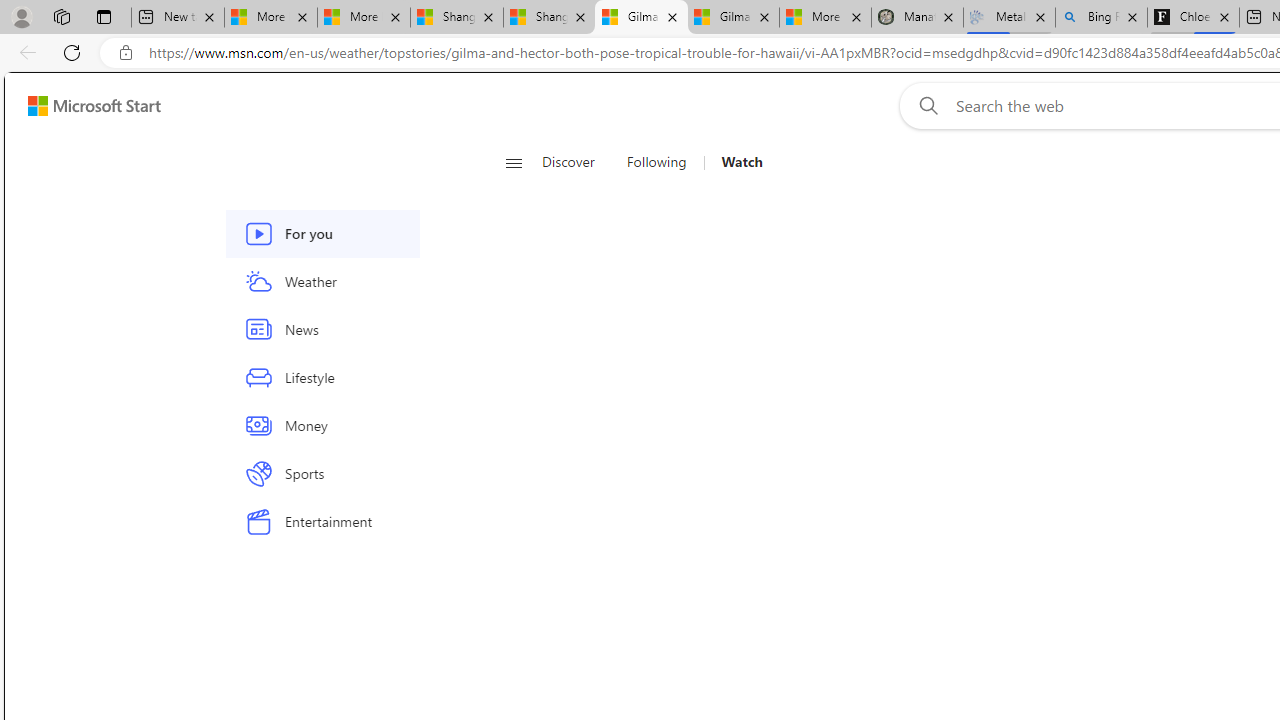 This screenshot has height=720, width=1280. What do you see at coordinates (1193, 17) in the screenshot?
I see `'Chloe Sorvino'` at bounding box center [1193, 17].